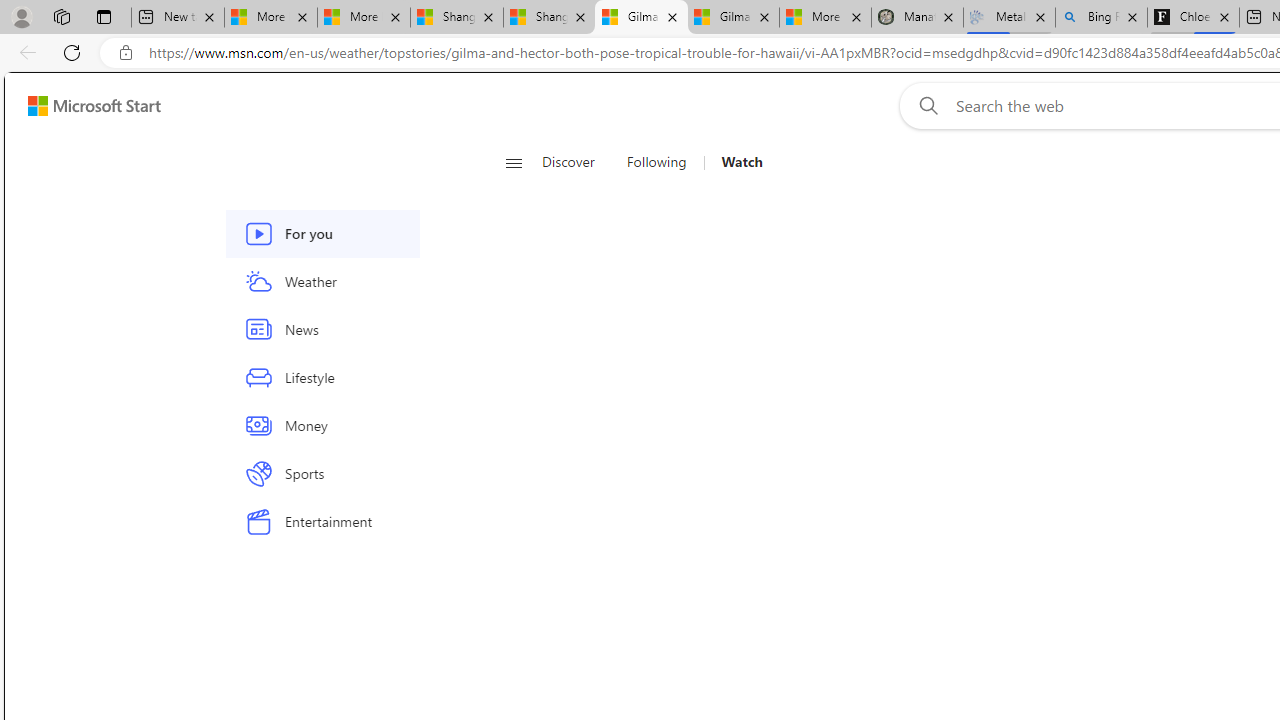 This screenshot has height=720, width=1280. What do you see at coordinates (1193, 17) in the screenshot?
I see `'Chloe Sorvino'` at bounding box center [1193, 17].